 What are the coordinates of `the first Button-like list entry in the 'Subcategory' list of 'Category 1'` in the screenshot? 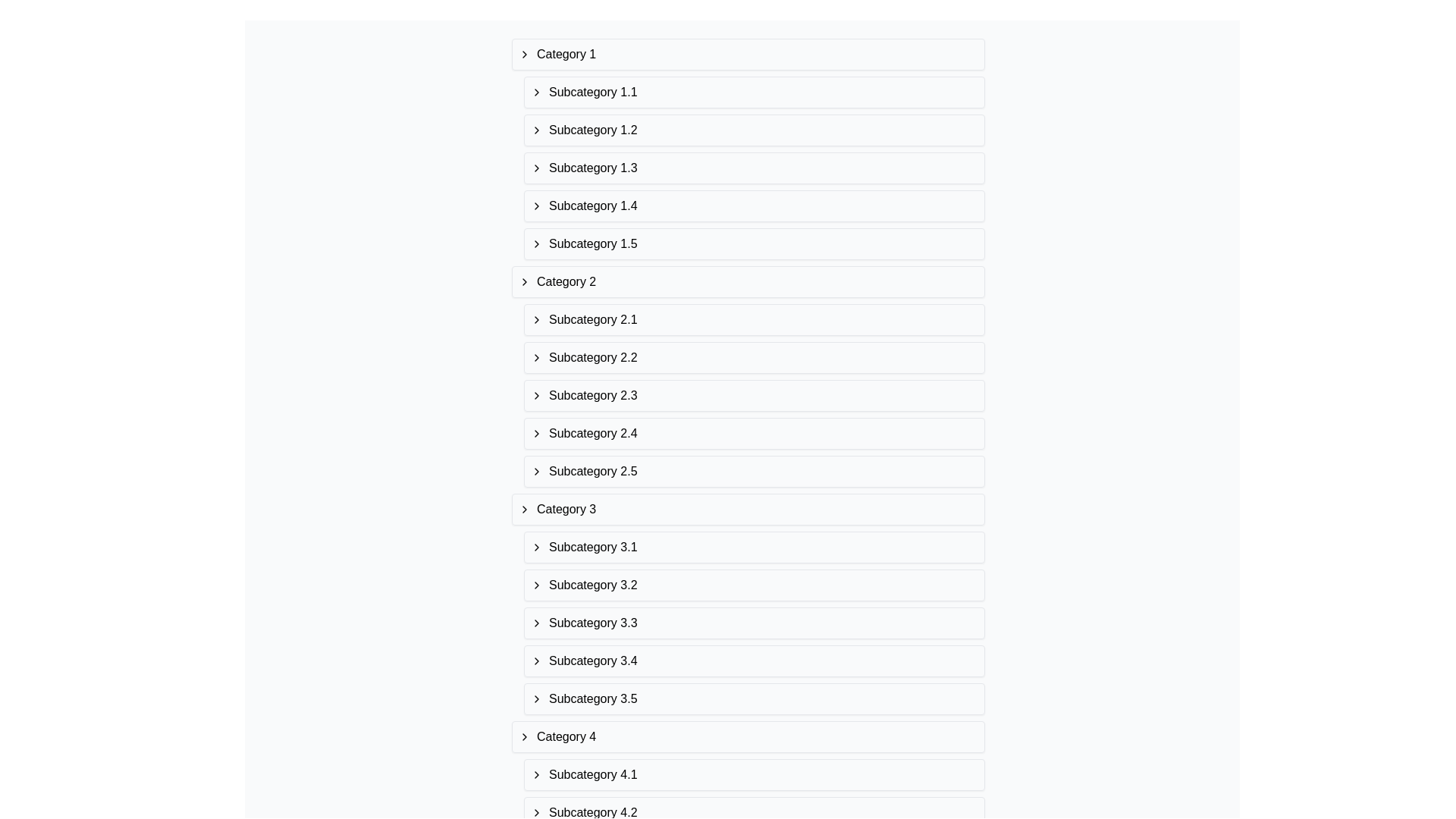 It's located at (754, 93).